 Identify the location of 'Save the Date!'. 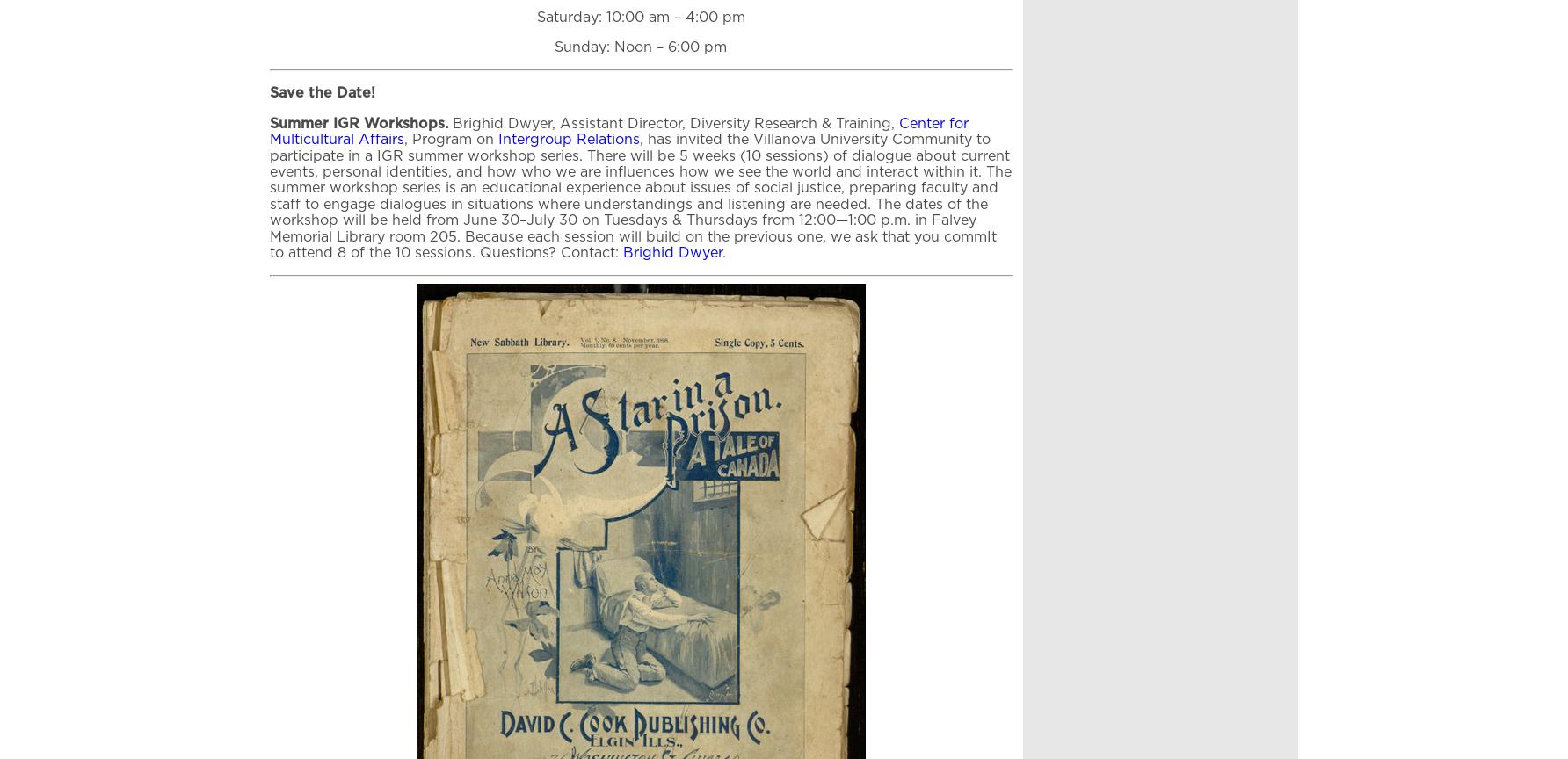
(321, 93).